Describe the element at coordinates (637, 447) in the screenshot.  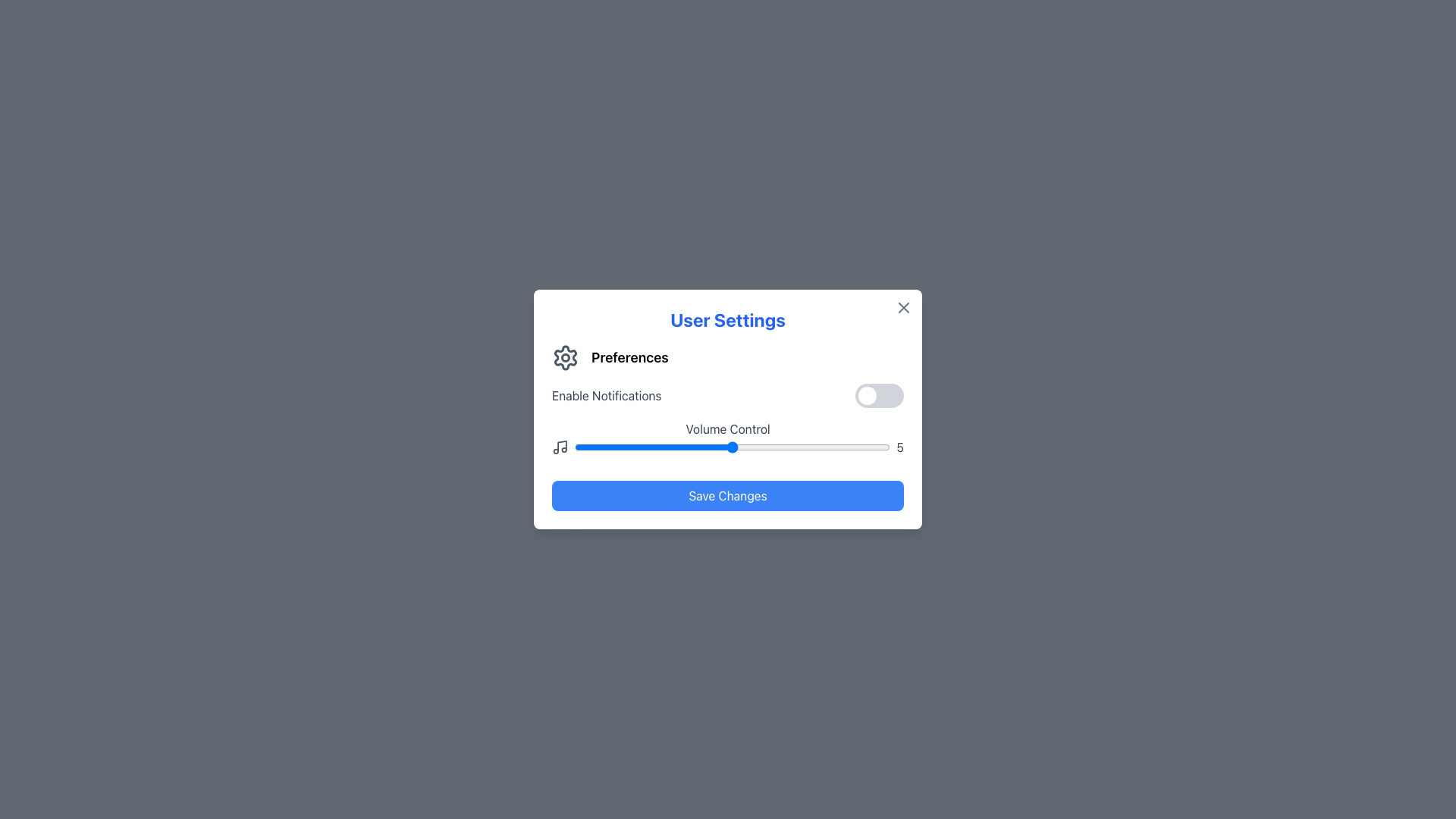
I see `the volume` at that location.